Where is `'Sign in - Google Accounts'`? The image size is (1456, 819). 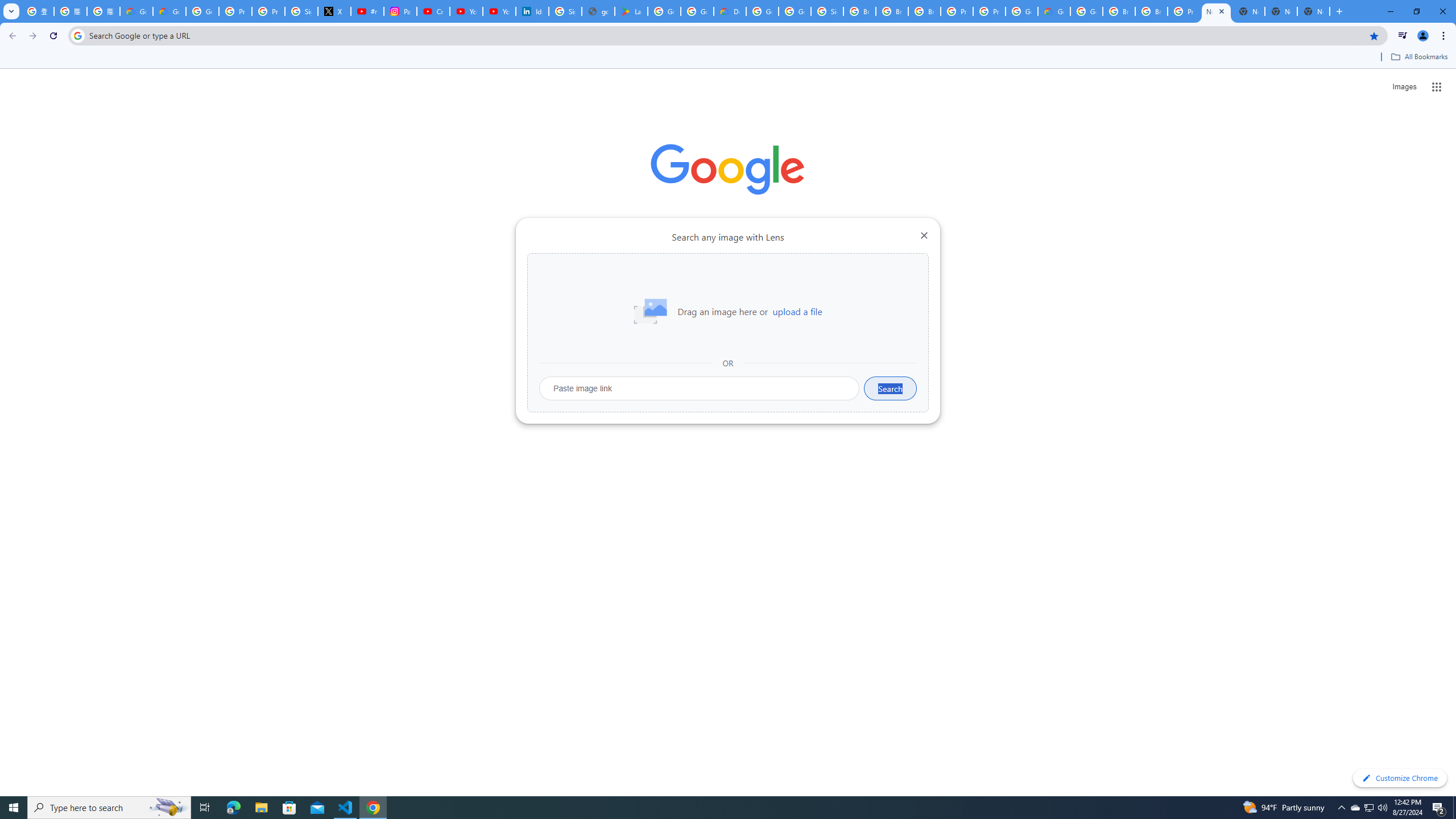
'Sign in - Google Accounts' is located at coordinates (564, 11).